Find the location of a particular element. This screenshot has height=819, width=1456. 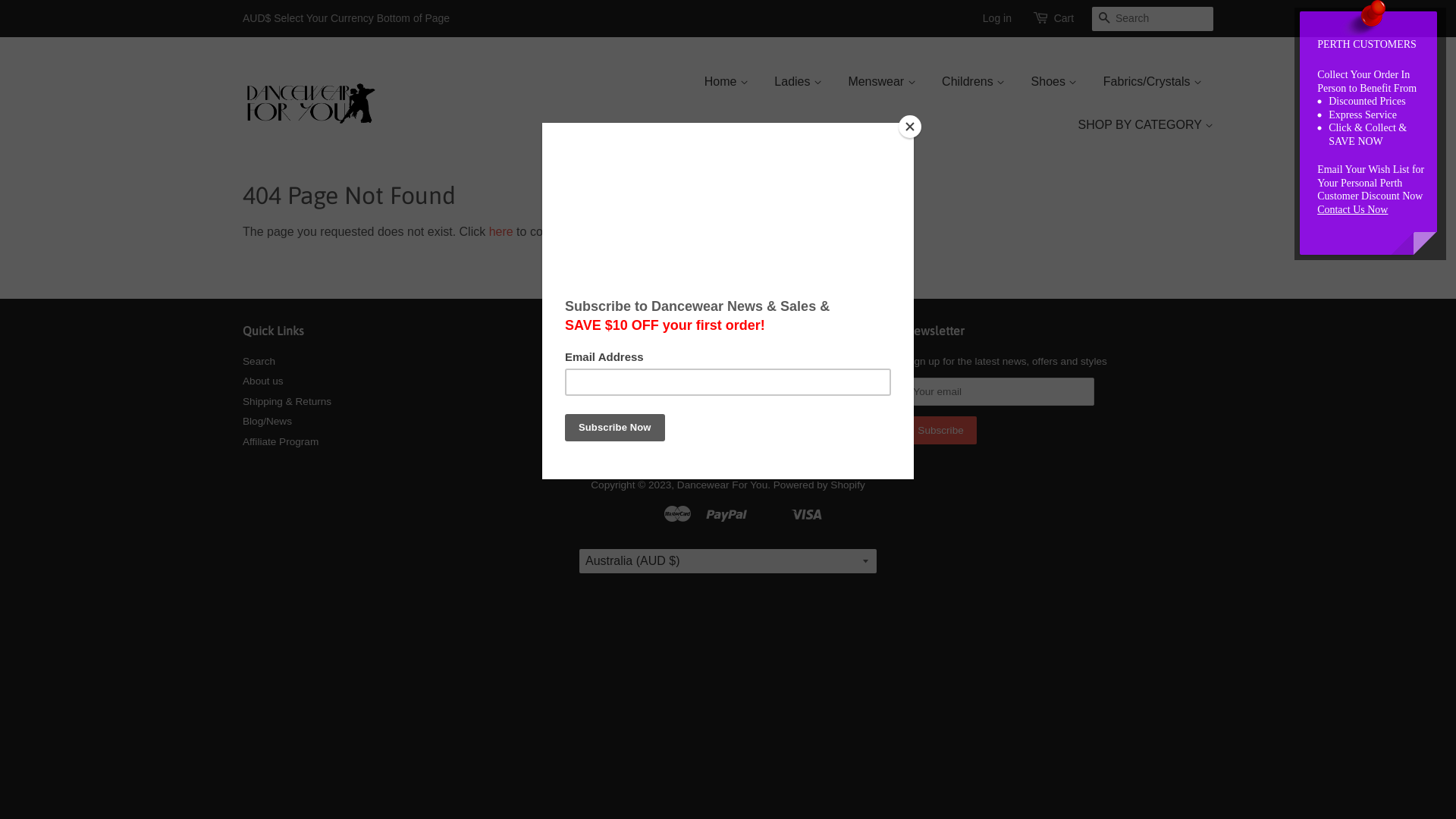

'About us' is located at coordinates (262, 380).